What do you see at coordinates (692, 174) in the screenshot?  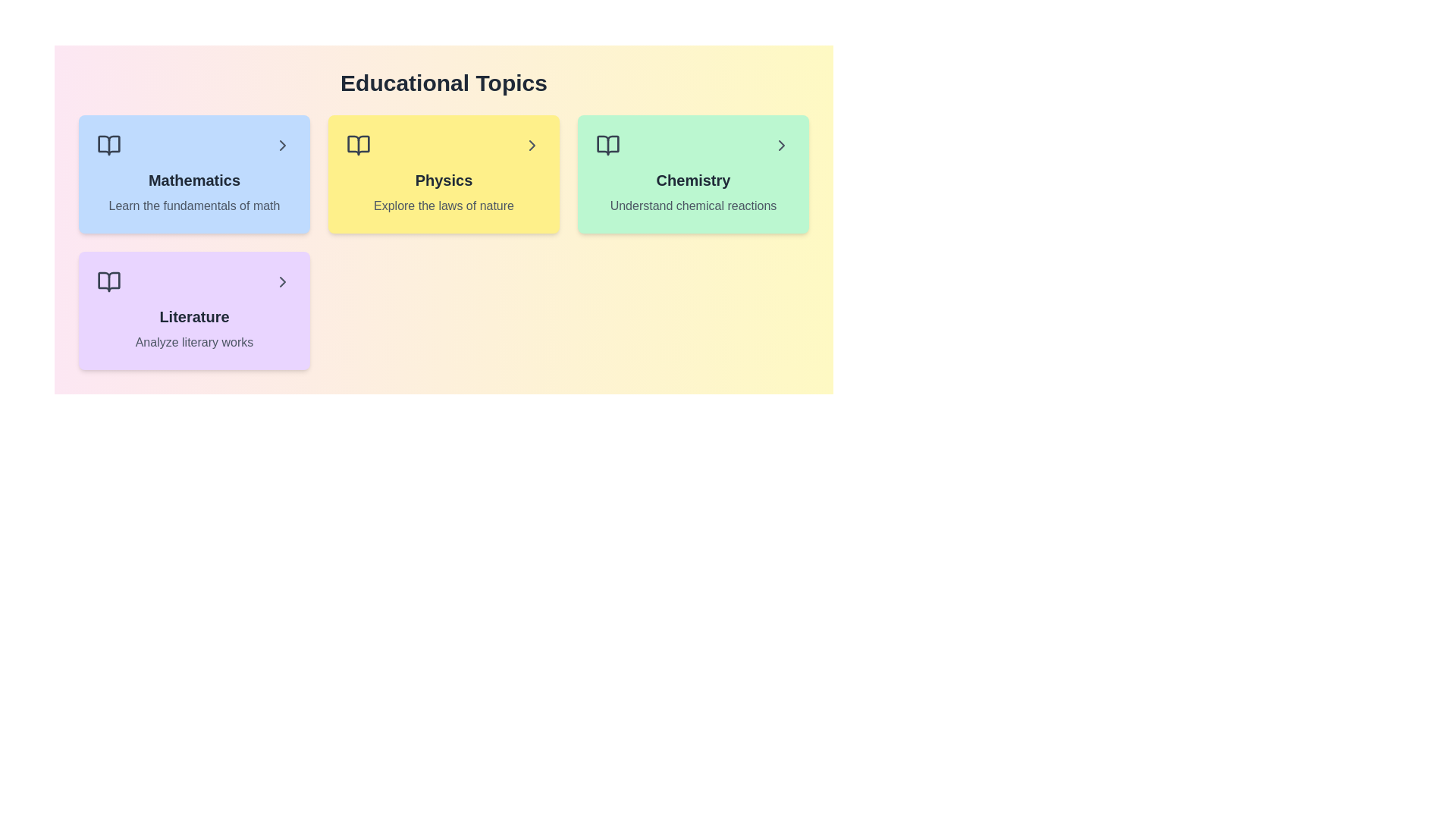 I see `the topic card for Chemistry to preview its interactive effect` at bounding box center [692, 174].